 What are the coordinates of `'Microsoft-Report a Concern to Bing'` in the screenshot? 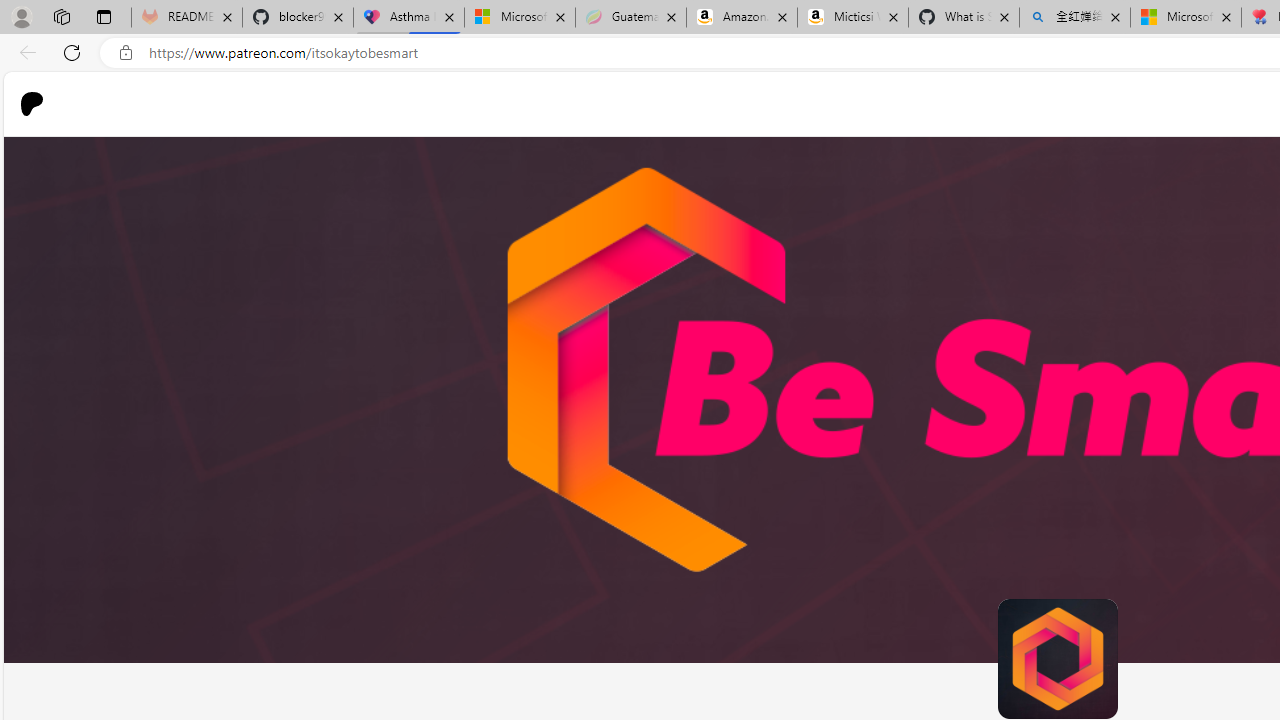 It's located at (519, 17).